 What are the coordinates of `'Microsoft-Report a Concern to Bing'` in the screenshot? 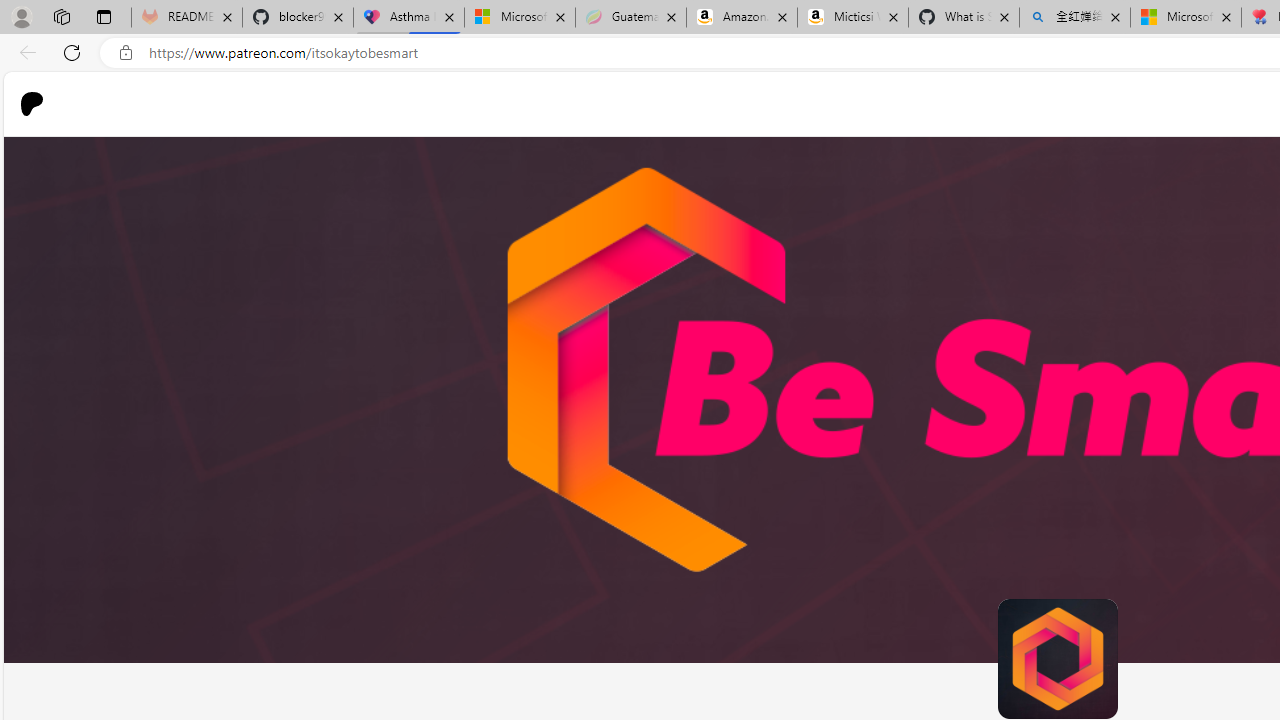 It's located at (519, 17).